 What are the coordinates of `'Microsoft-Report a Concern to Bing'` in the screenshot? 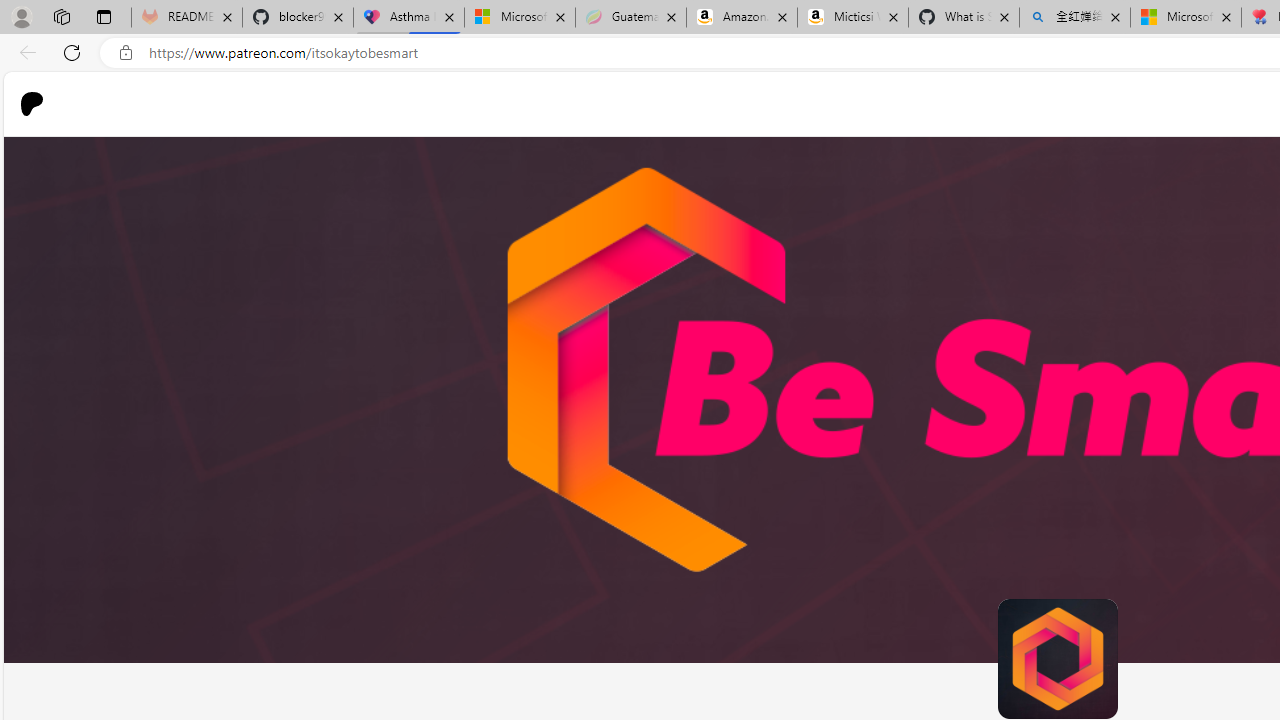 It's located at (519, 17).